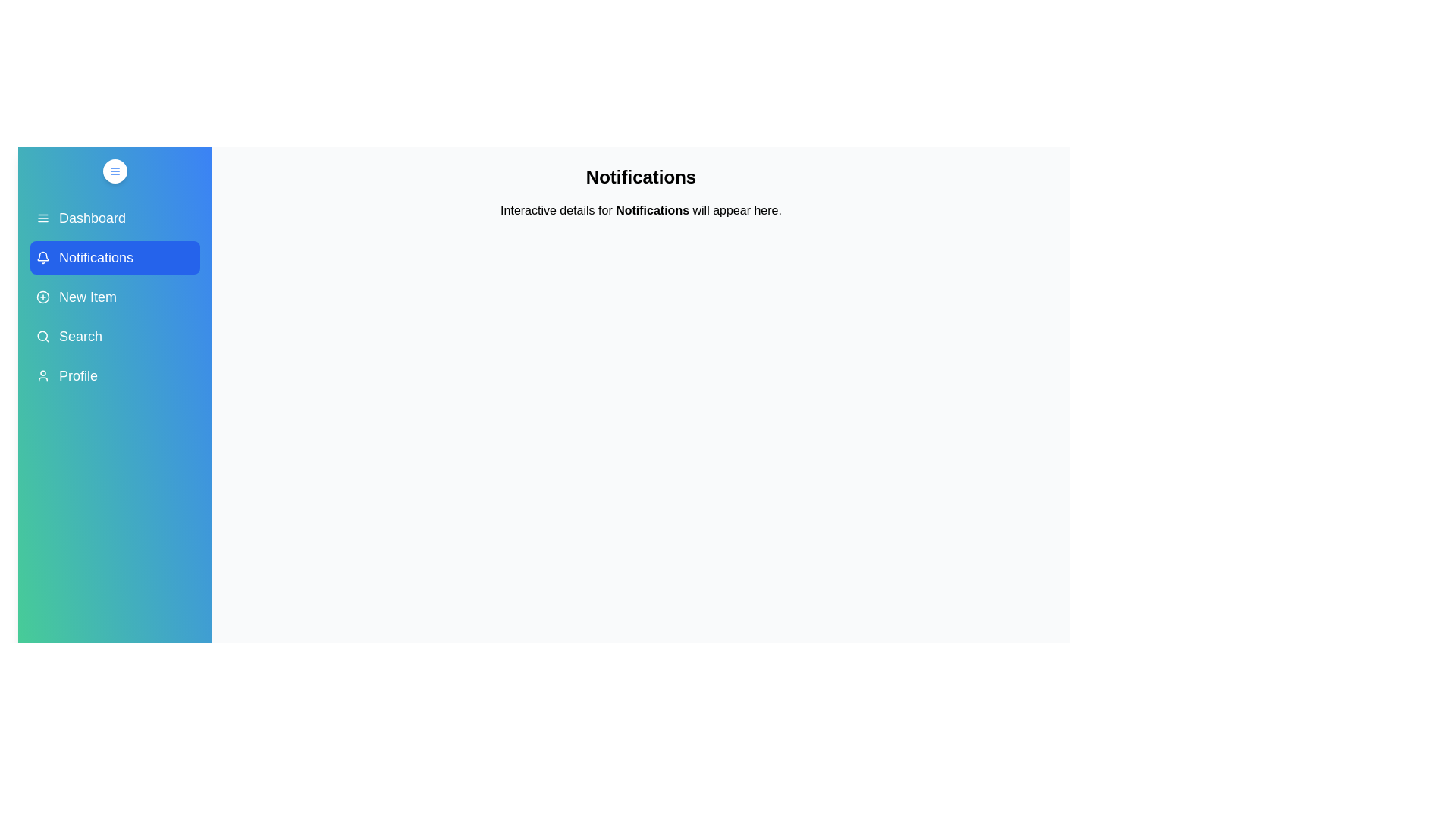  I want to click on the menu item Dashboard to view its hover effect, so click(115, 218).